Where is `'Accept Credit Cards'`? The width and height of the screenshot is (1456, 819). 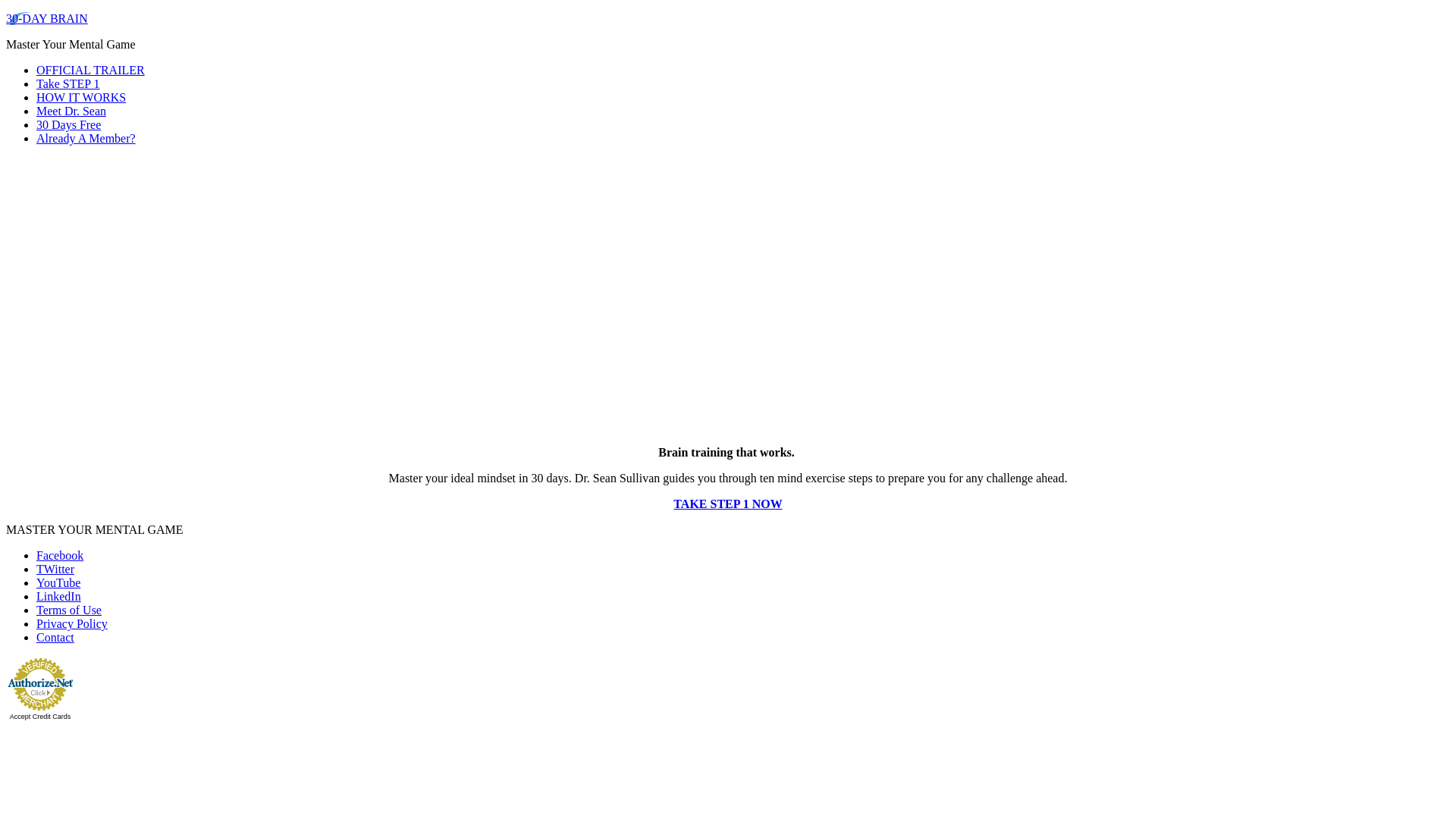 'Accept Credit Cards' is located at coordinates (40, 717).